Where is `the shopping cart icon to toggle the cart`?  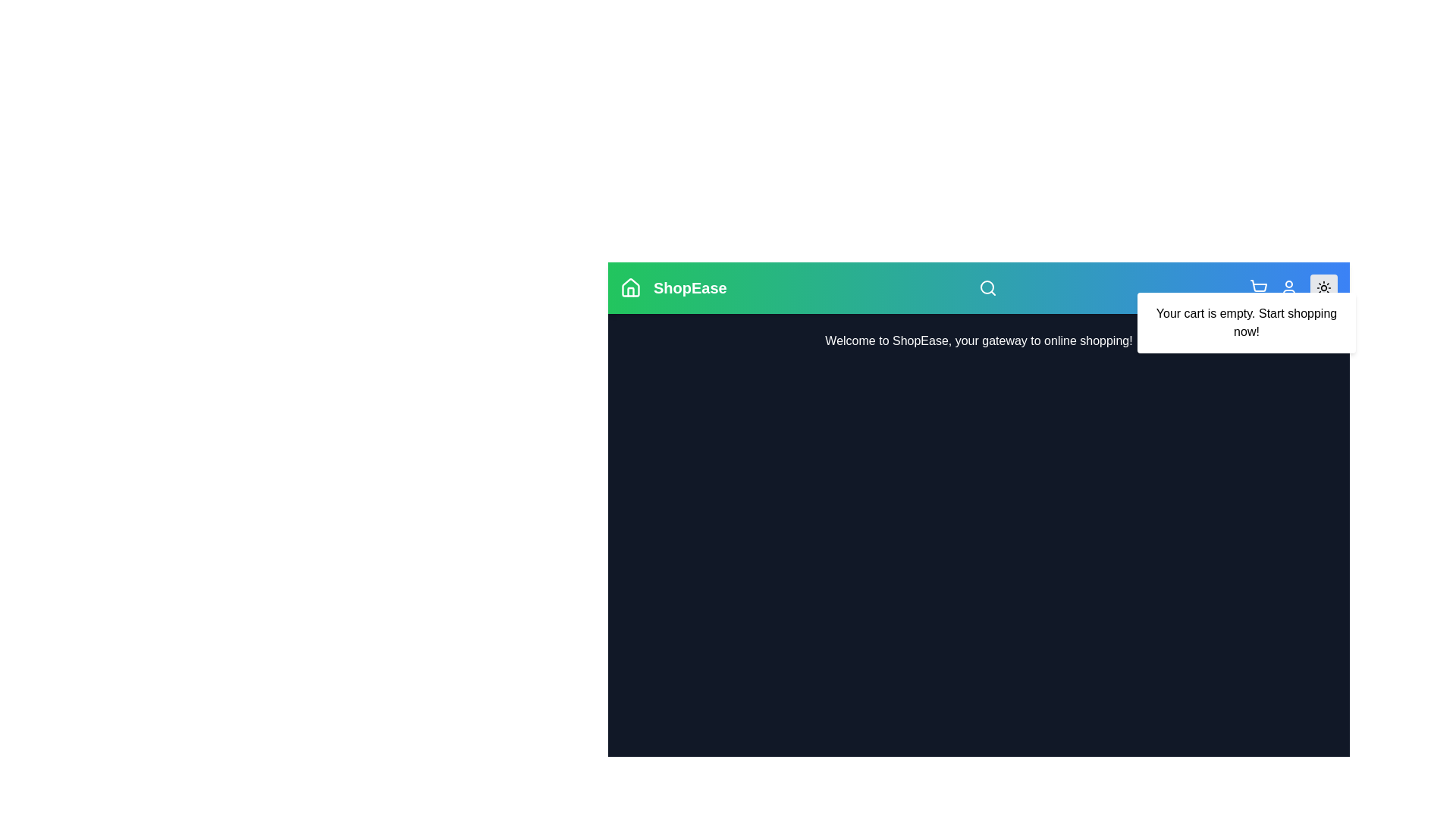 the shopping cart icon to toggle the cart is located at coordinates (1259, 288).